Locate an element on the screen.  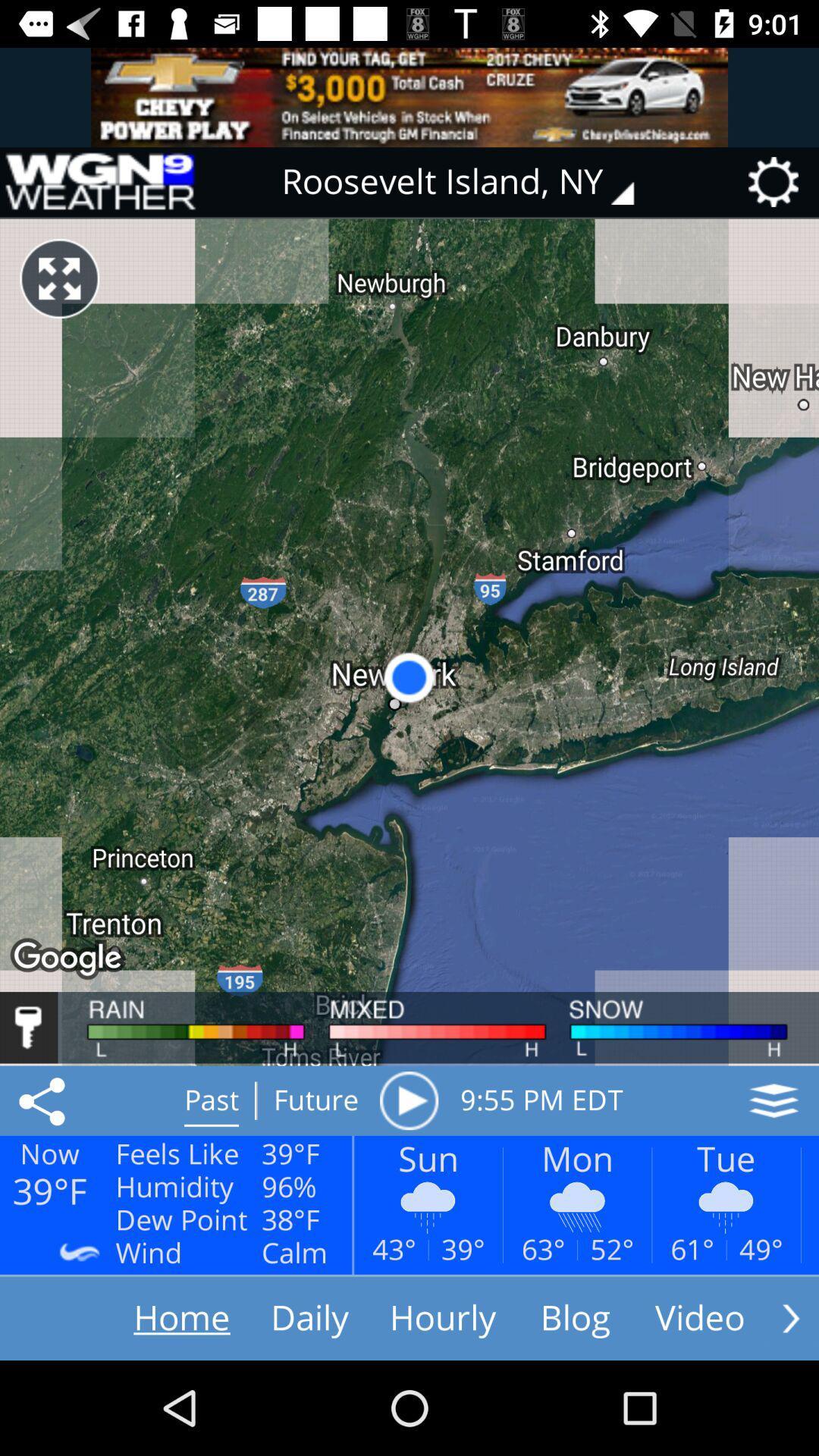
see more is located at coordinates (790, 1317).